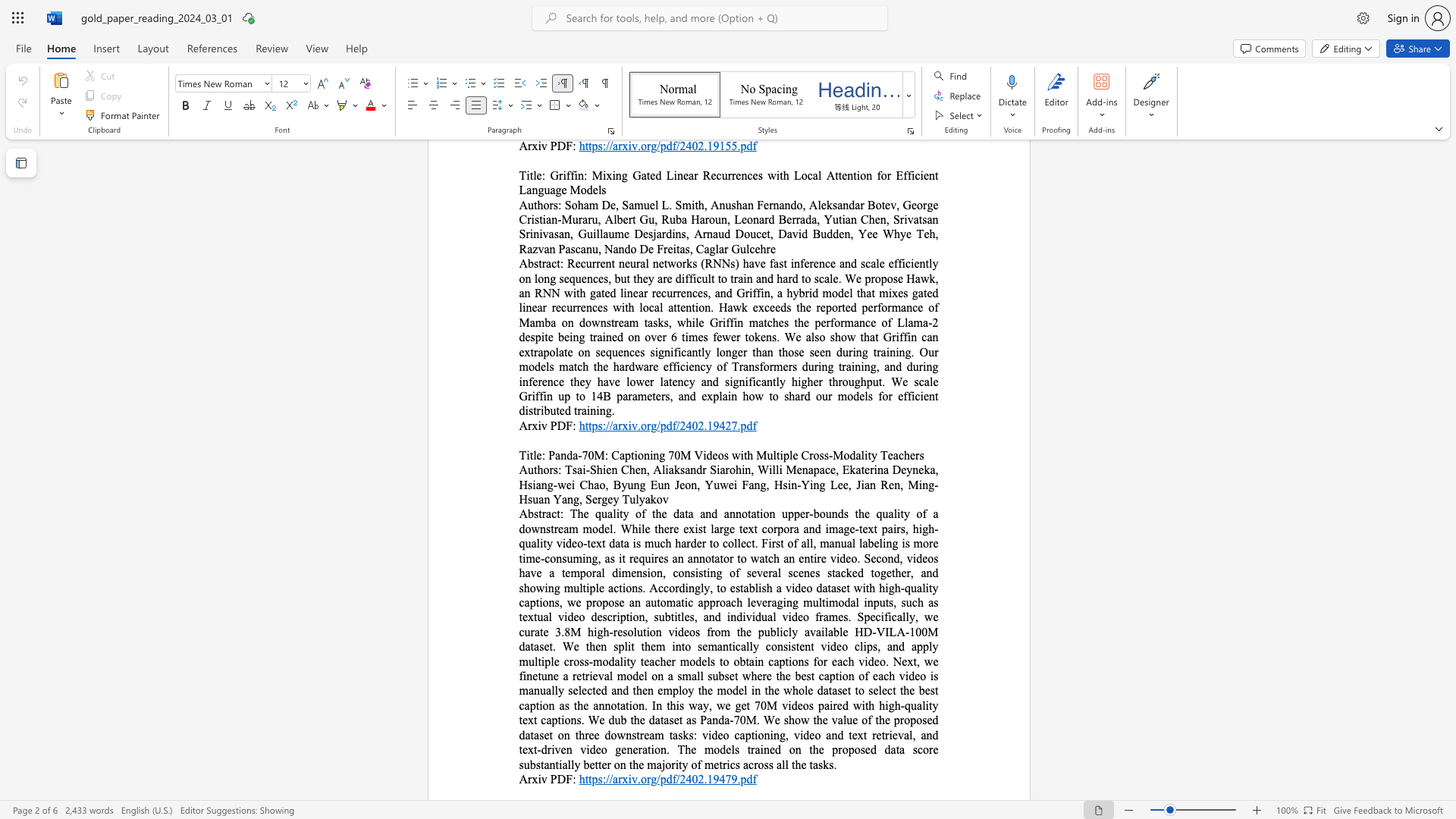  What do you see at coordinates (685, 779) in the screenshot?
I see `the subset text "402.1947" within the text "https://arxiv.org/pdf/2402.19479.pdf"` at bounding box center [685, 779].